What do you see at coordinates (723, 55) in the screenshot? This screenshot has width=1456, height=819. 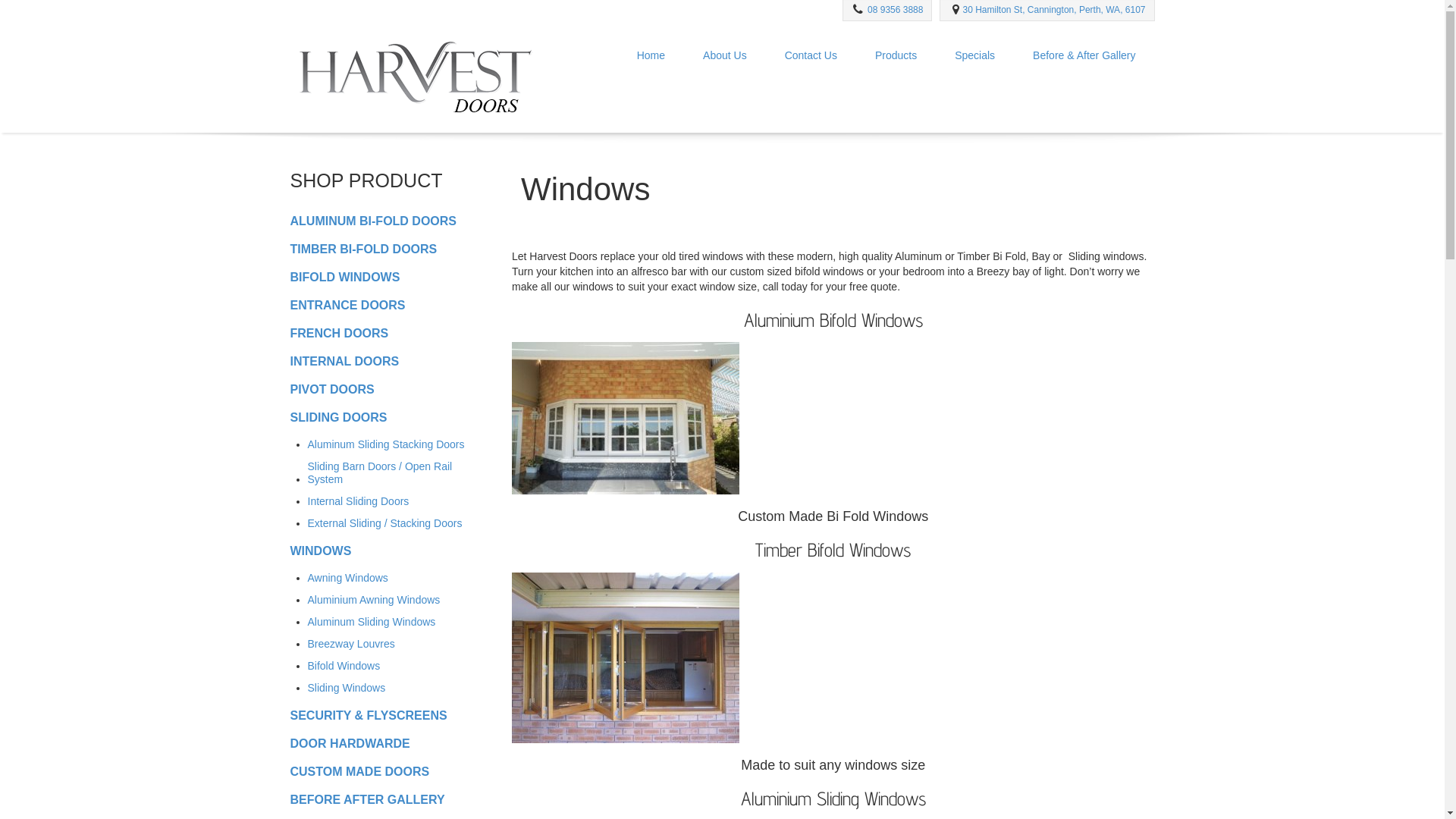 I see `'About Us'` at bounding box center [723, 55].